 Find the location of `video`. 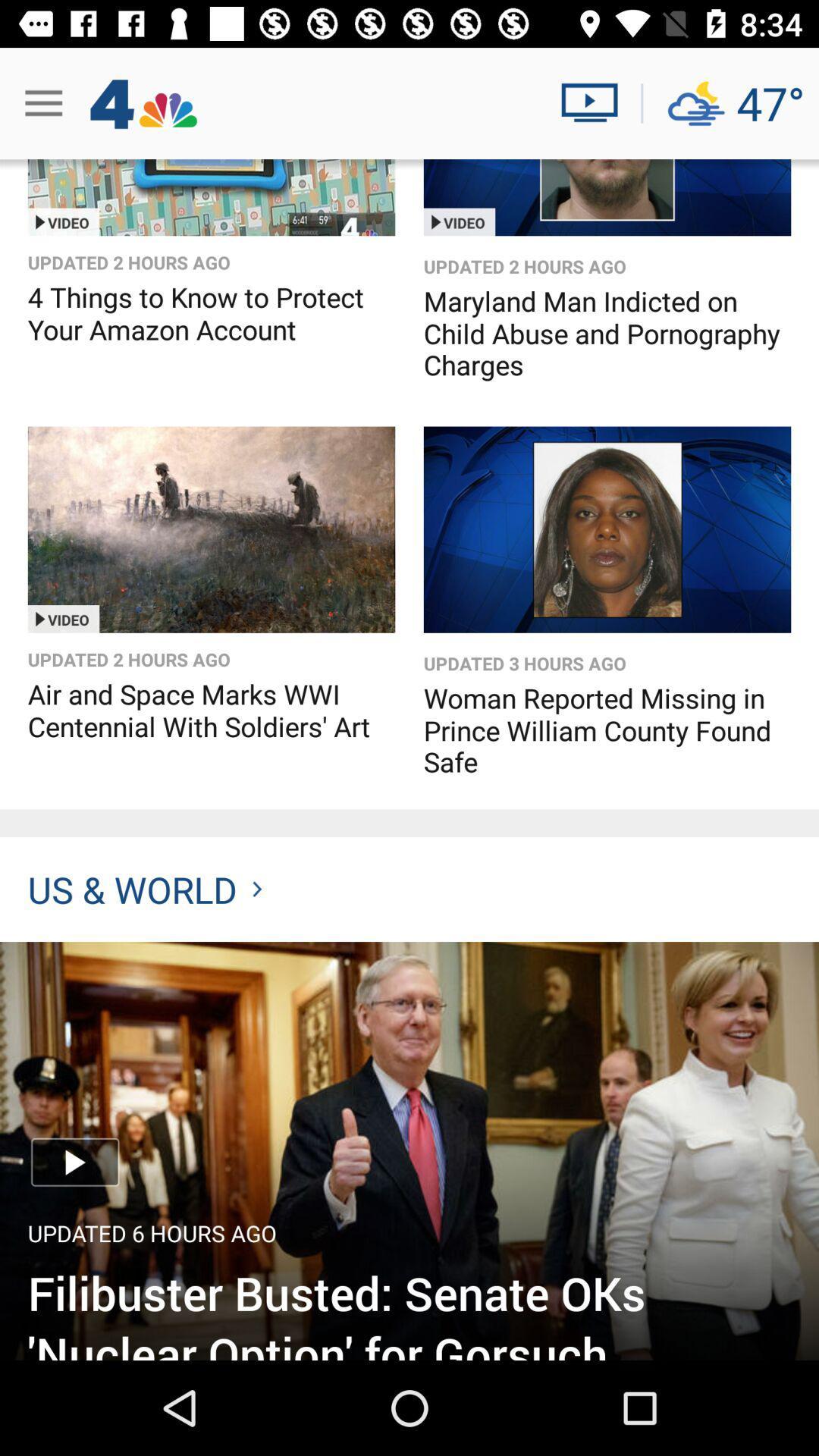

video is located at coordinates (211, 529).